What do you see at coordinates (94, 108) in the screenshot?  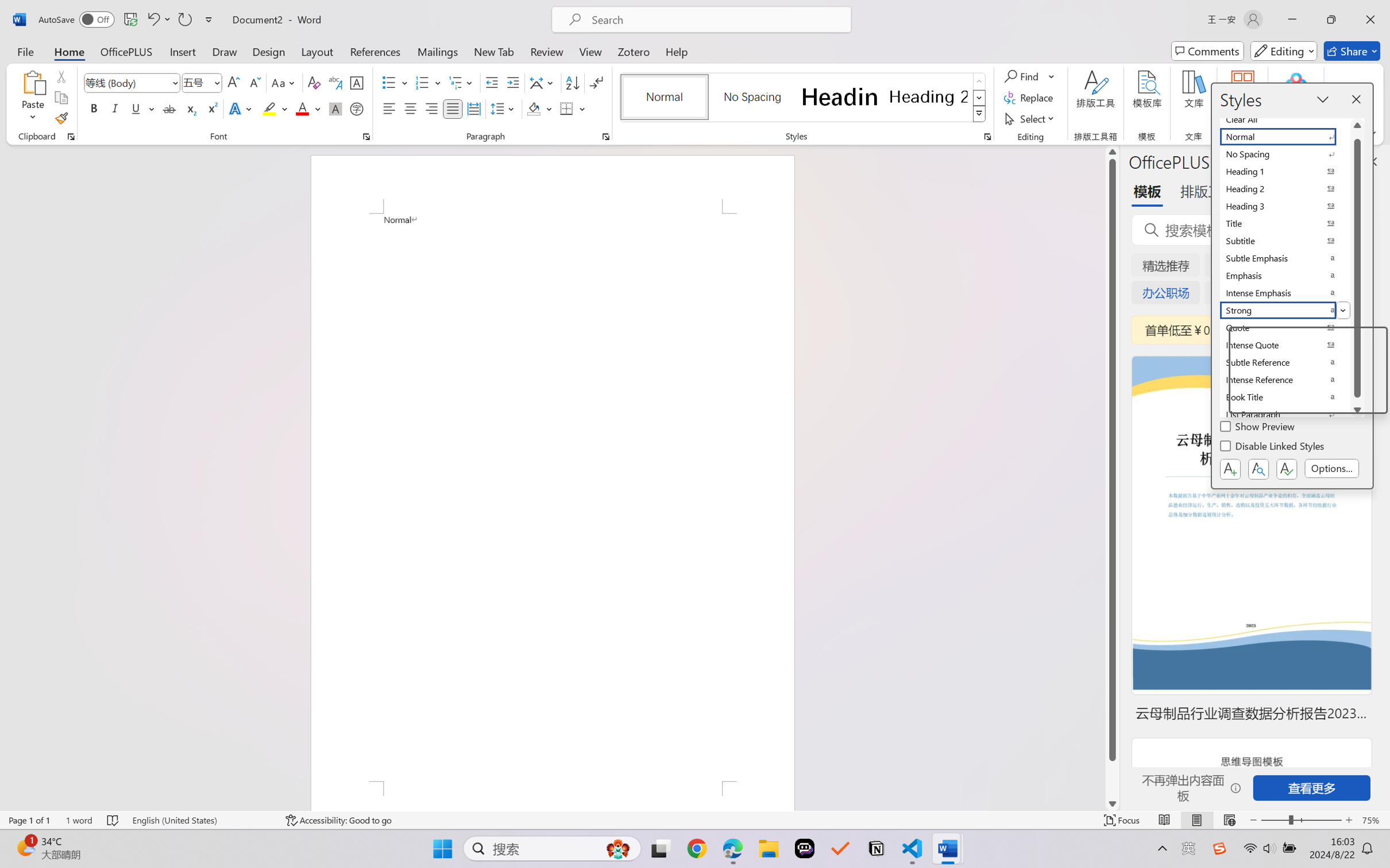 I see `'Bold'` at bounding box center [94, 108].